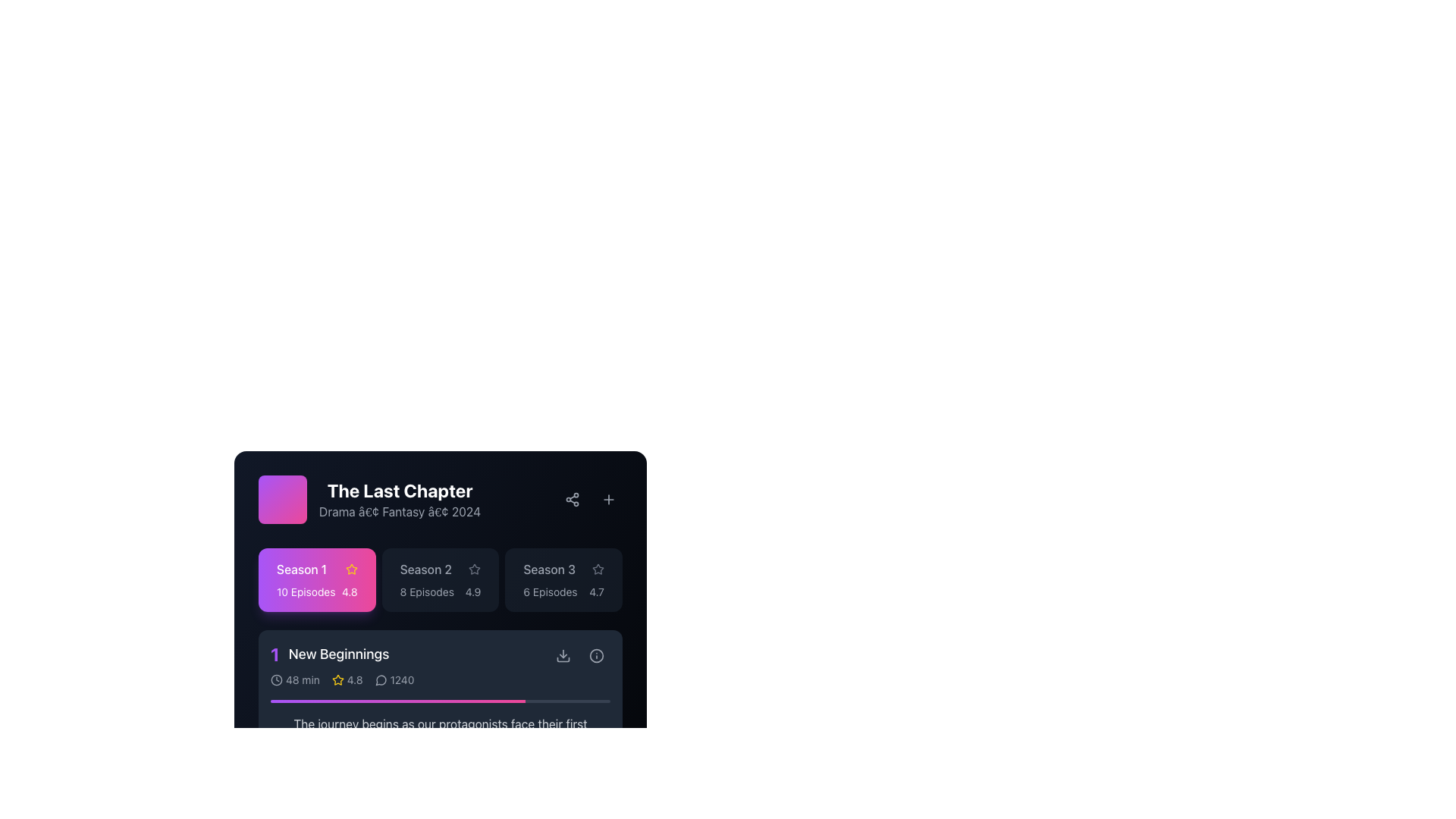 The image size is (1456, 819). What do you see at coordinates (400, 491) in the screenshot?
I see `the Text Display element that shows 'The Last Chapter' in bold white font, positioned prominently on a dark background` at bounding box center [400, 491].